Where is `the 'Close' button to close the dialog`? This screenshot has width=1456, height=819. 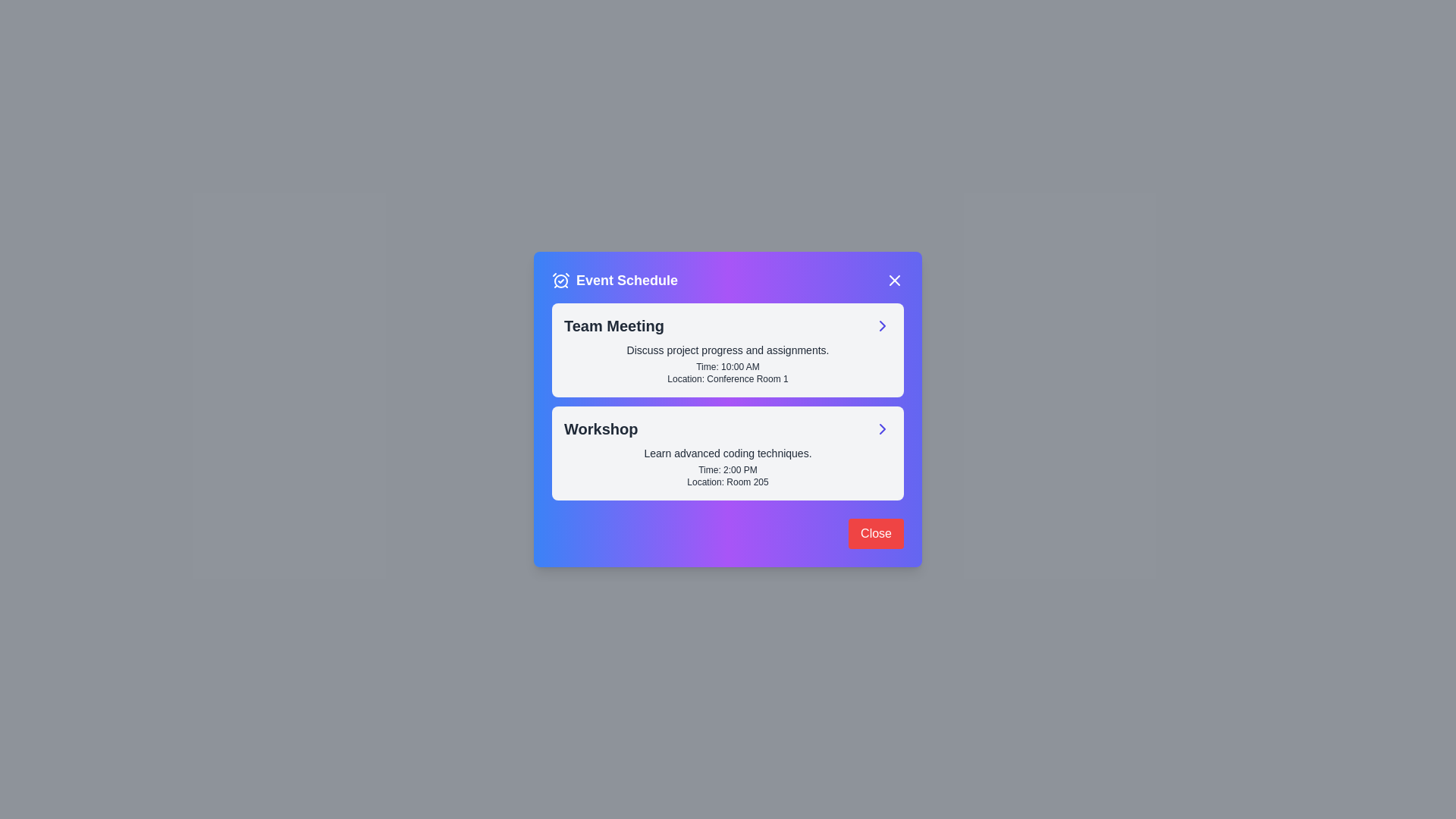
the 'Close' button to close the dialog is located at coordinates (876, 533).